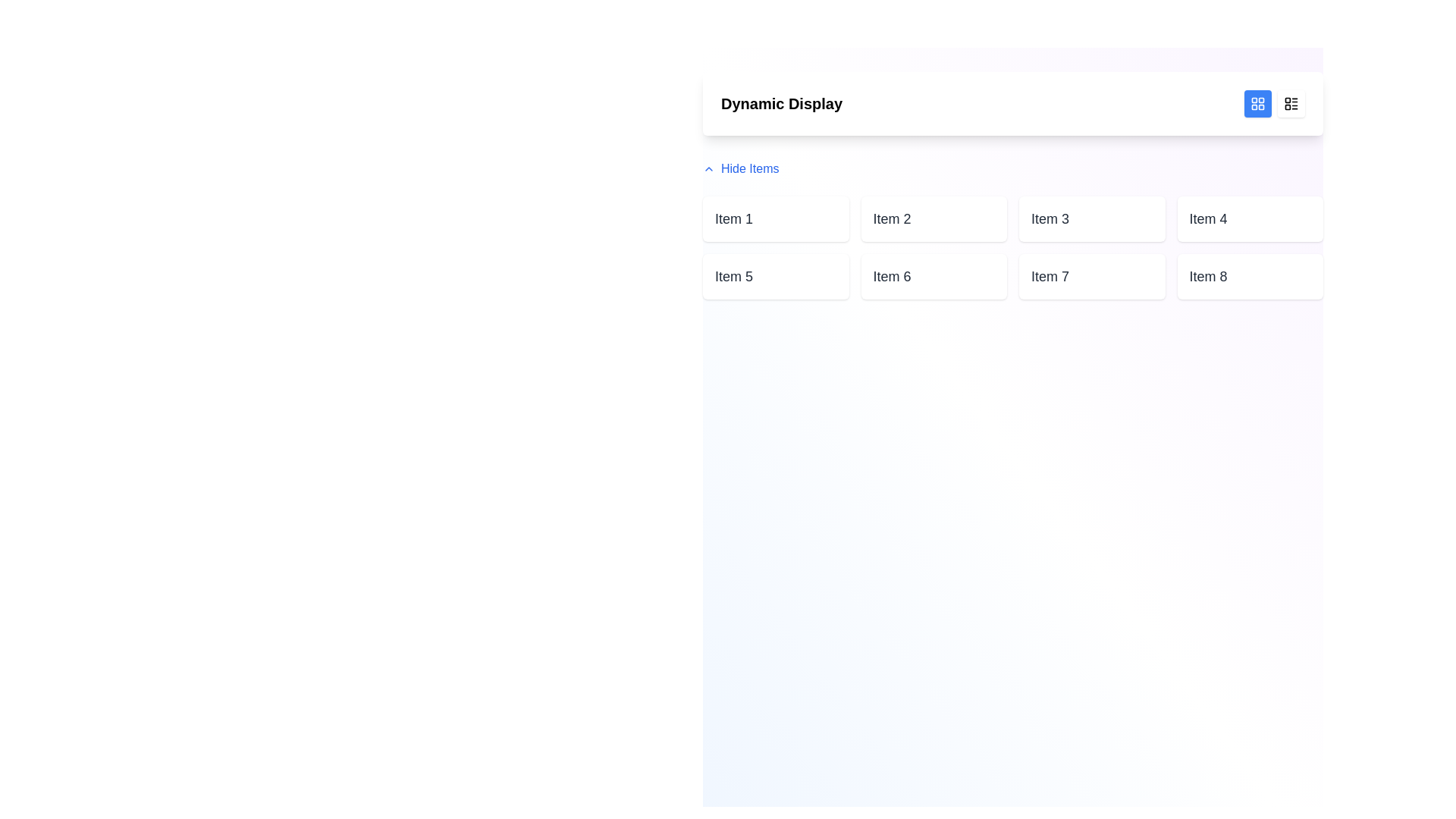 This screenshot has width=1456, height=819. What do you see at coordinates (1050, 219) in the screenshot?
I see `text label 'Item 3' displayed in the grid menu, which is the third item from the left in the top row, aligned with 'Item 1', 'Item 2', and 'Item 4'` at bounding box center [1050, 219].